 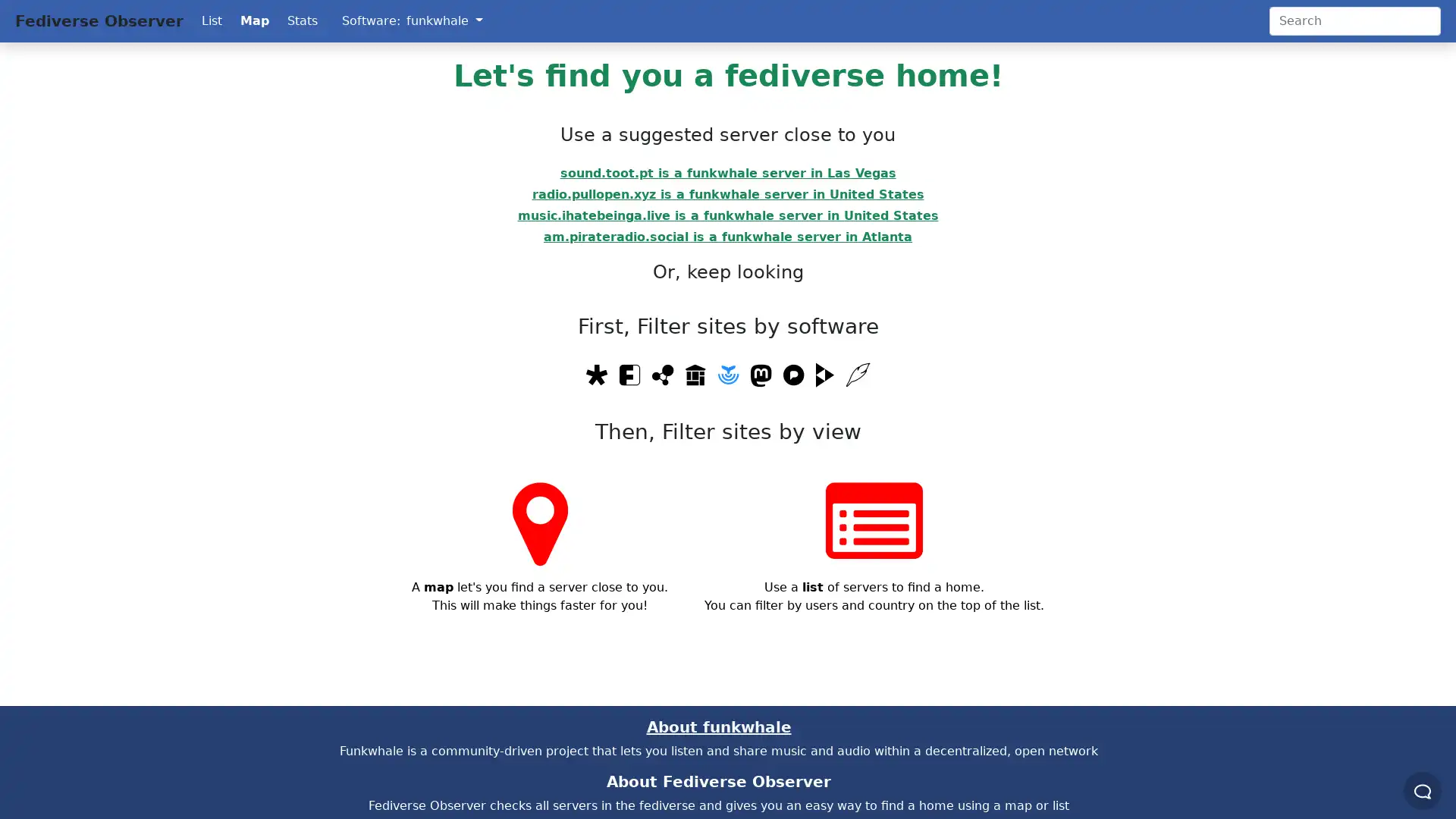 I want to click on funkwhale, so click(x=443, y=20).